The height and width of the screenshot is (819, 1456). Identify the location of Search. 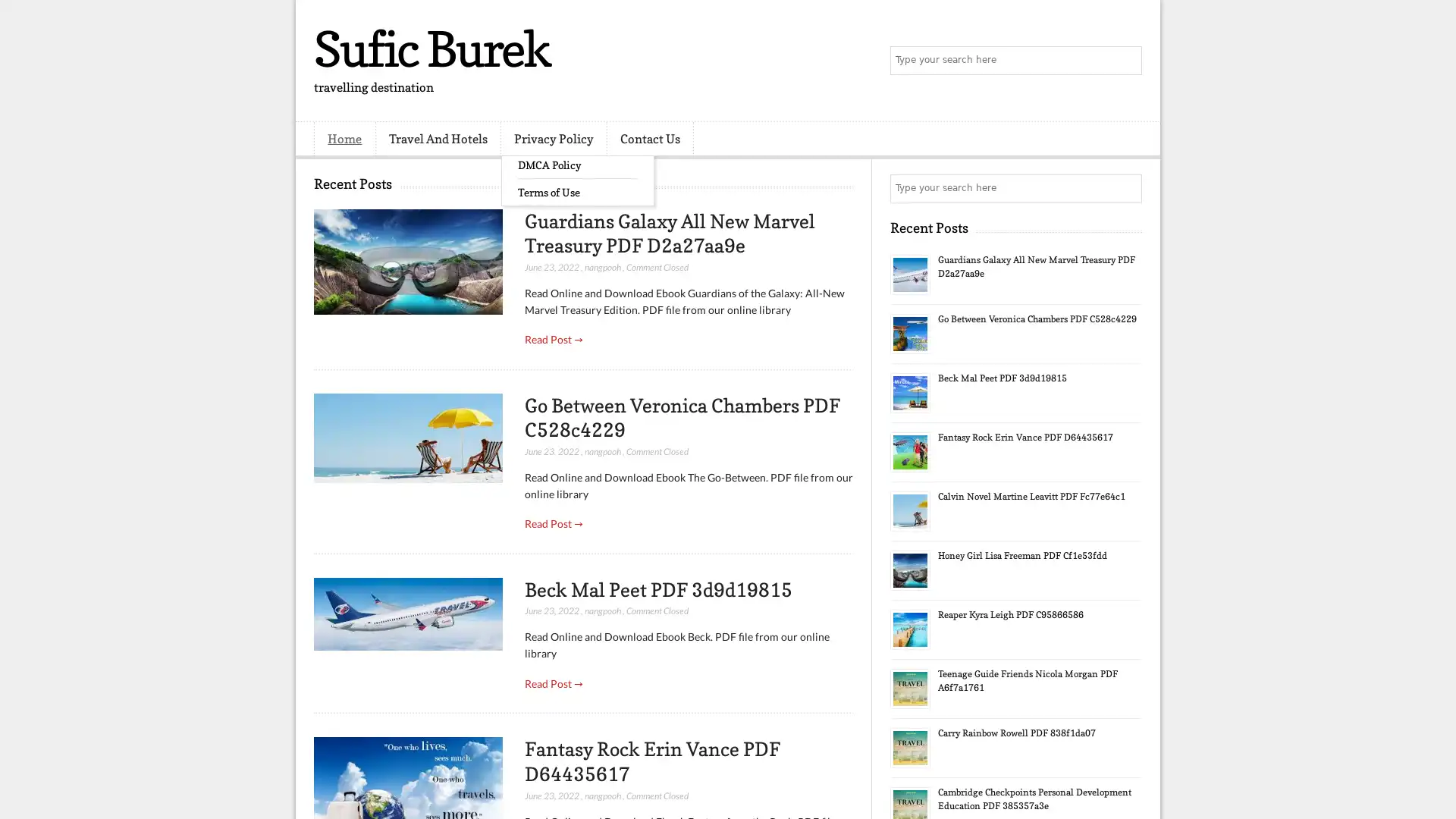
(1126, 61).